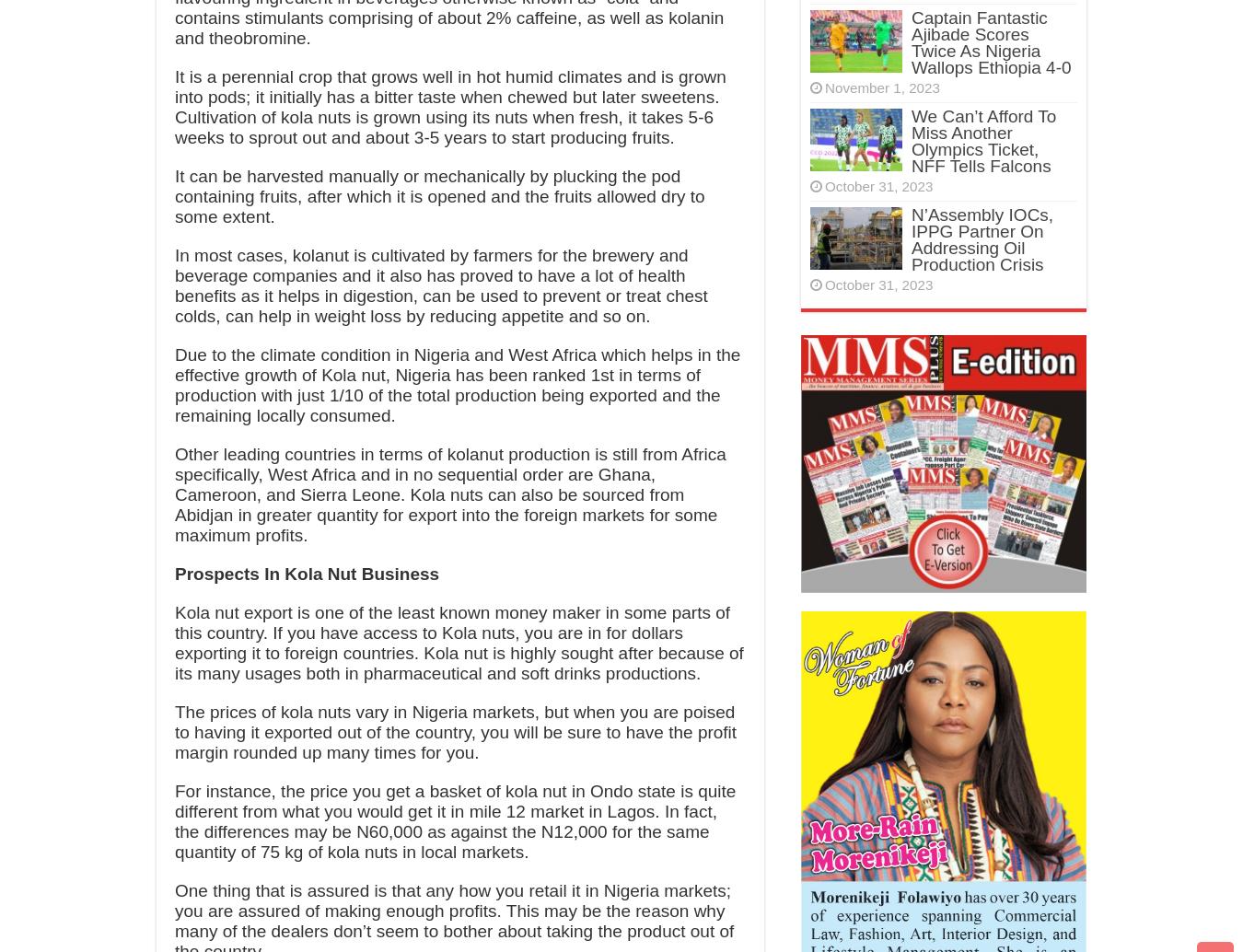 The width and height of the screenshot is (1243, 952). I want to click on 'We Can’t Afford To Miss Another Olympics Ticket, NFF Tells Falcons', so click(910, 141).